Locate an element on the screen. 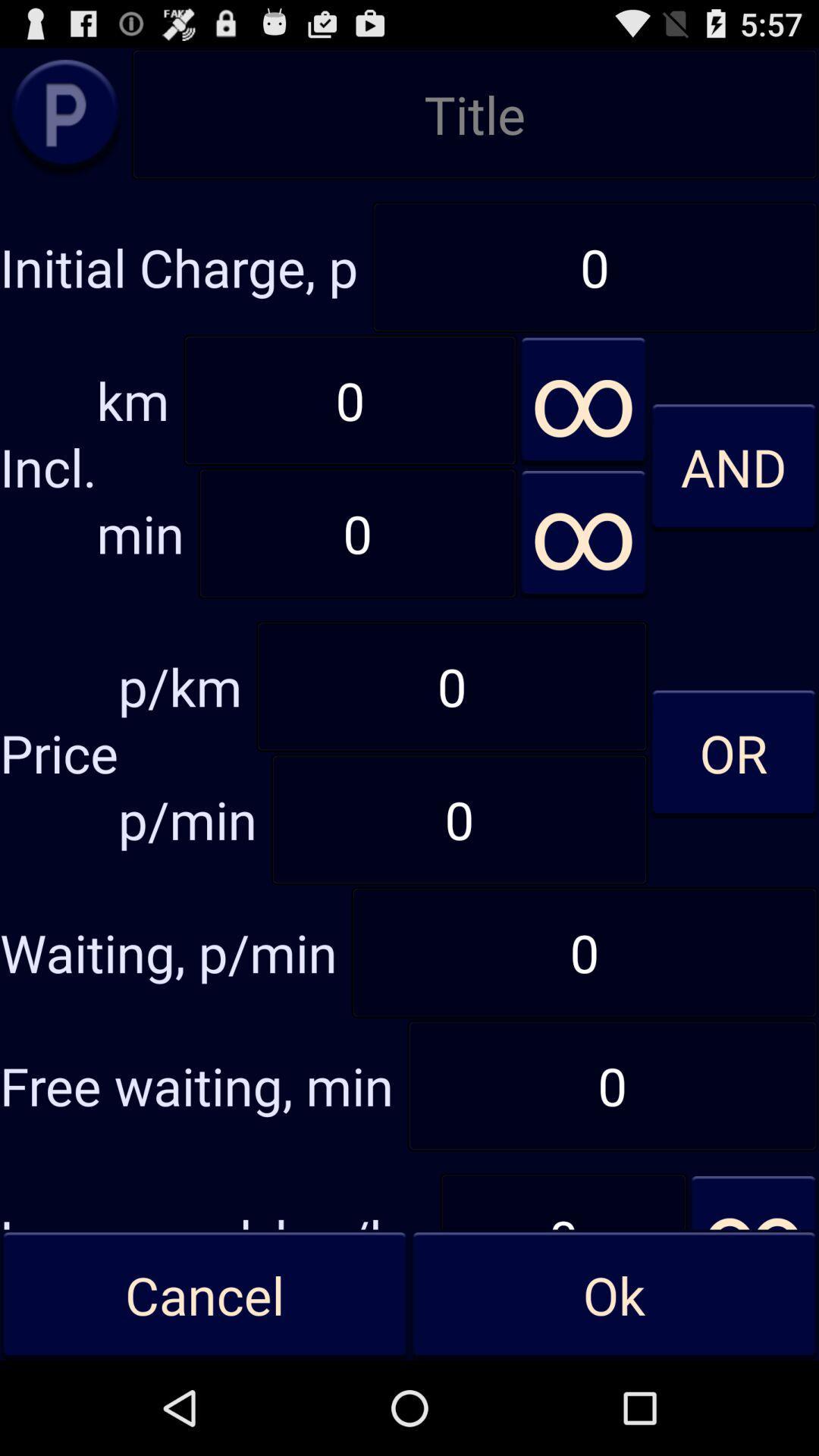 Image resolution: width=819 pixels, height=1456 pixels. the chat icon is located at coordinates (64, 122).